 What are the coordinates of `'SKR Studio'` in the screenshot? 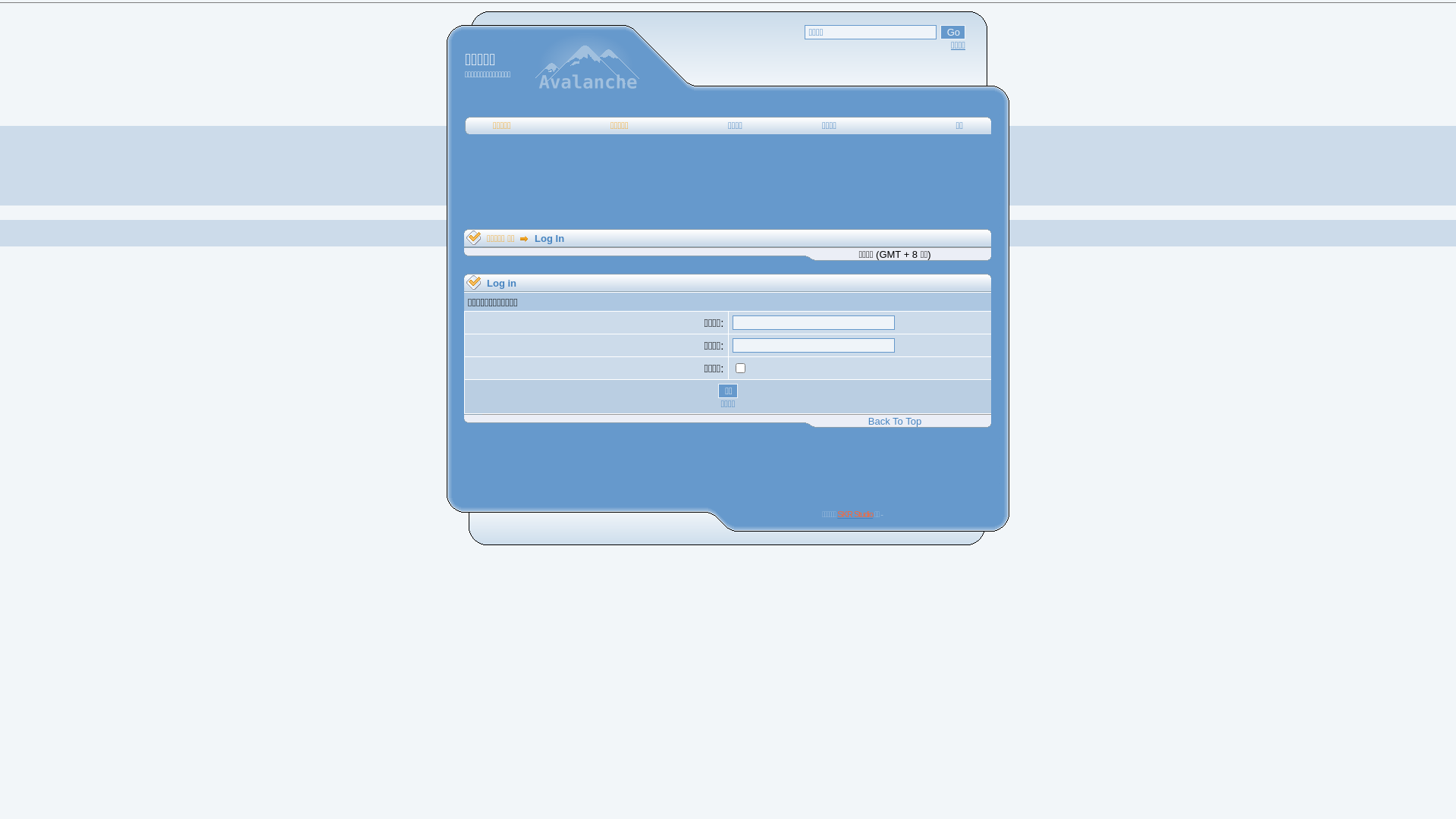 It's located at (855, 513).